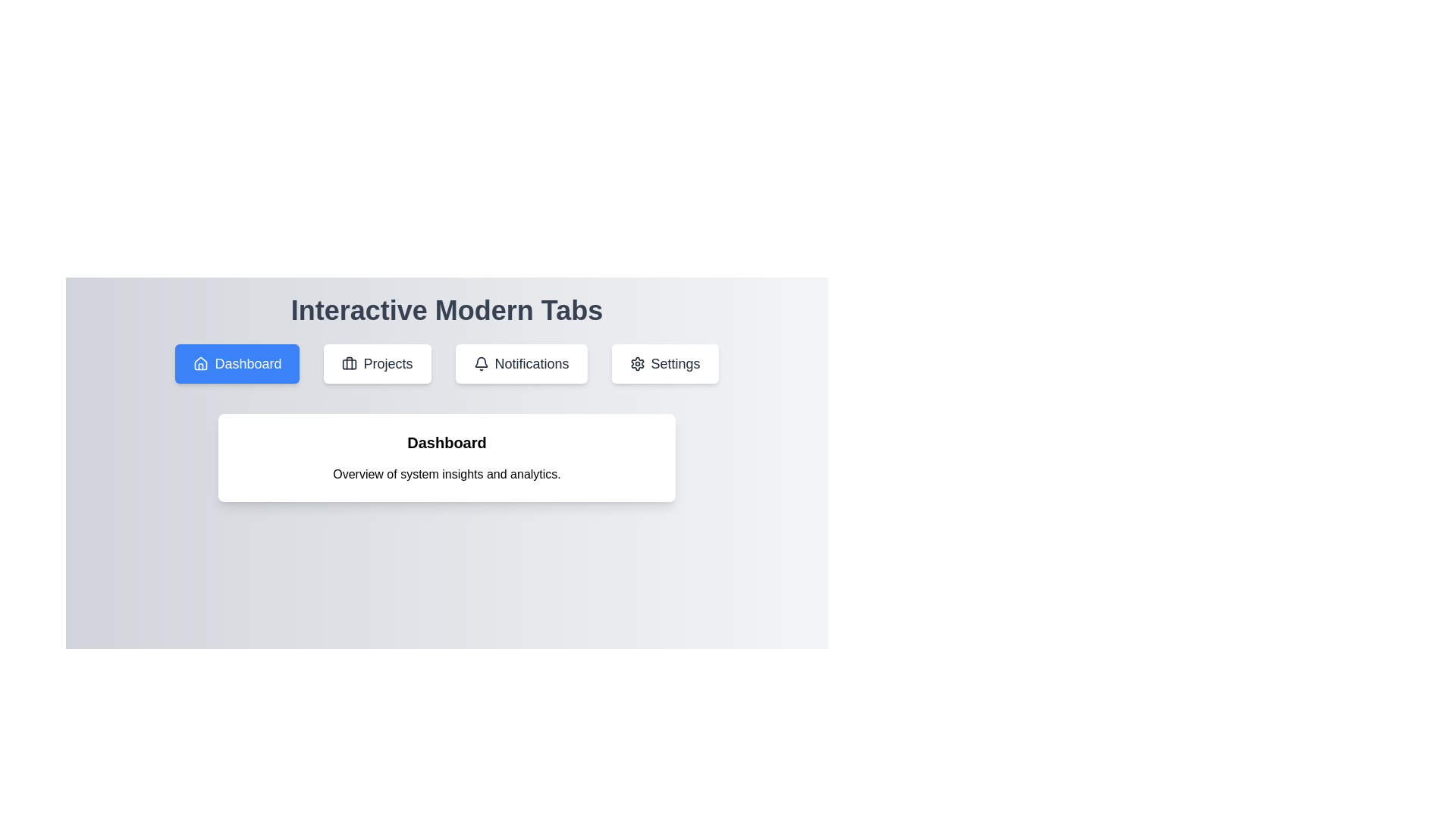 Image resolution: width=1456 pixels, height=819 pixels. I want to click on the navigation button located between the 'Dashboard' and 'Notifications' buttons, so click(378, 363).